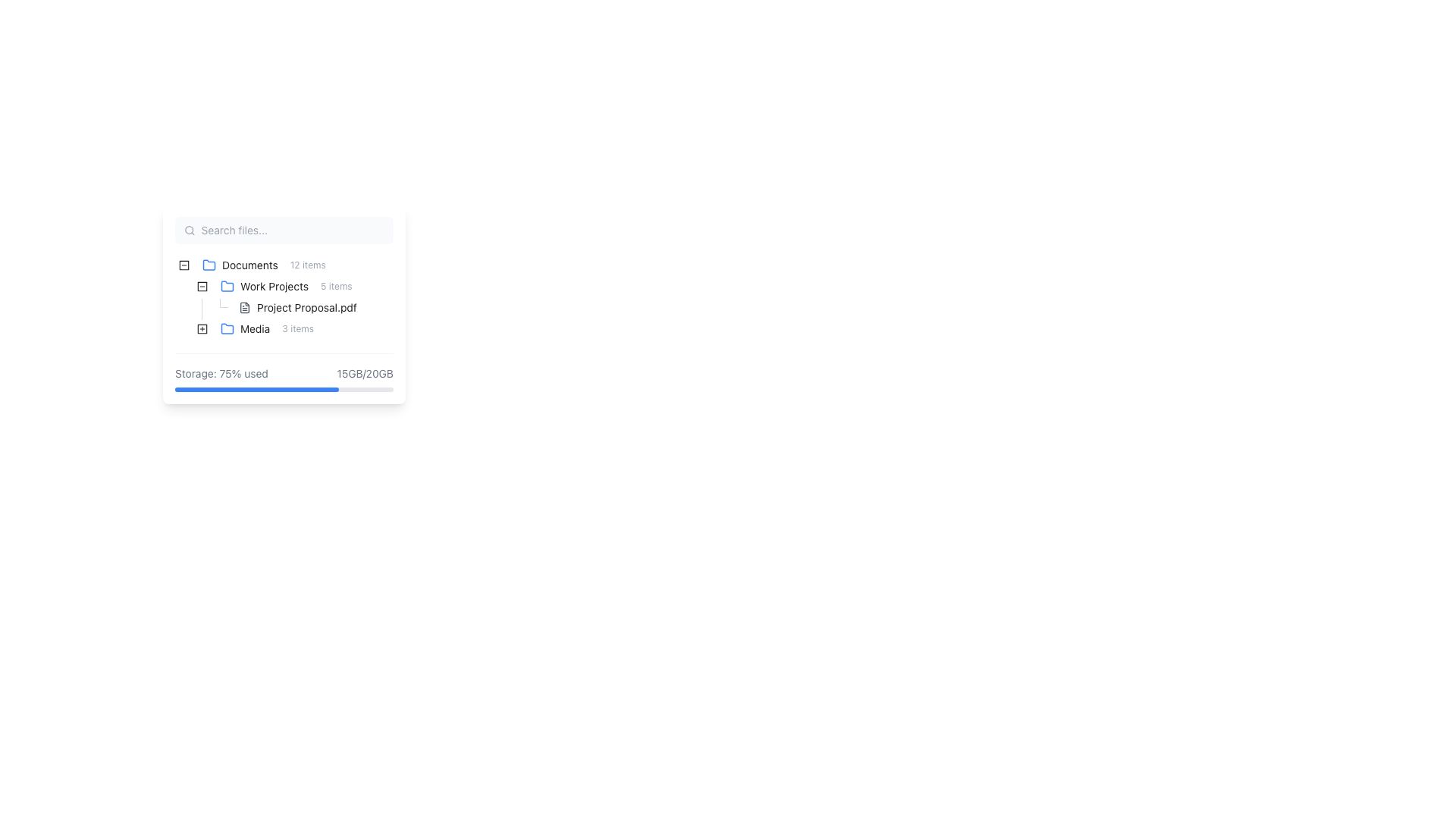 The height and width of the screenshot is (819, 1456). I want to click on the 'Documents' tree item, so click(264, 265).